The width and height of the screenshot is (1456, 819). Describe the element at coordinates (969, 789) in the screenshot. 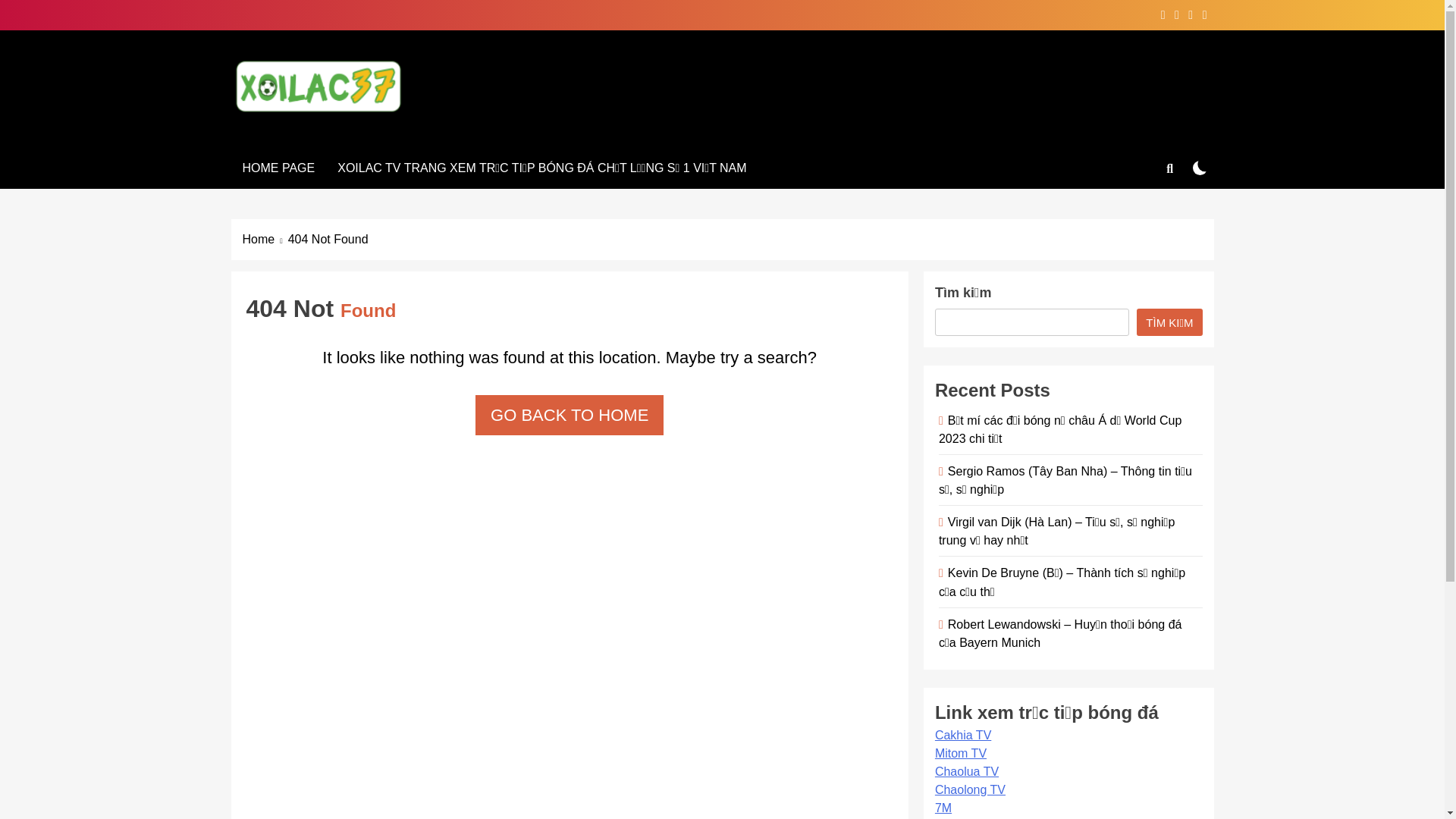

I see `'Chaolong TV'` at that location.